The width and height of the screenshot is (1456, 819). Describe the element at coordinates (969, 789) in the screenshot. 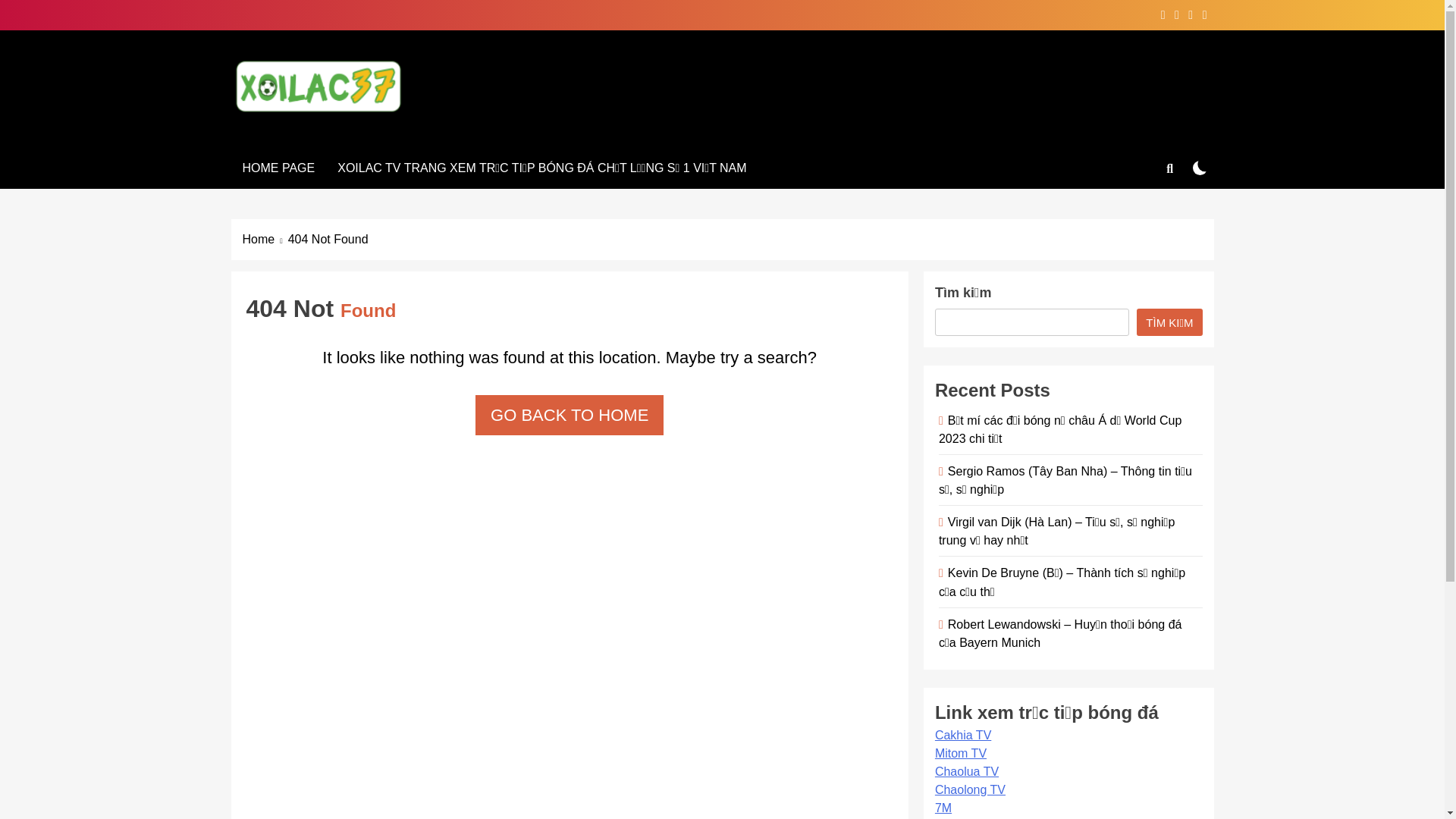

I see `'Chaolong TV'` at that location.